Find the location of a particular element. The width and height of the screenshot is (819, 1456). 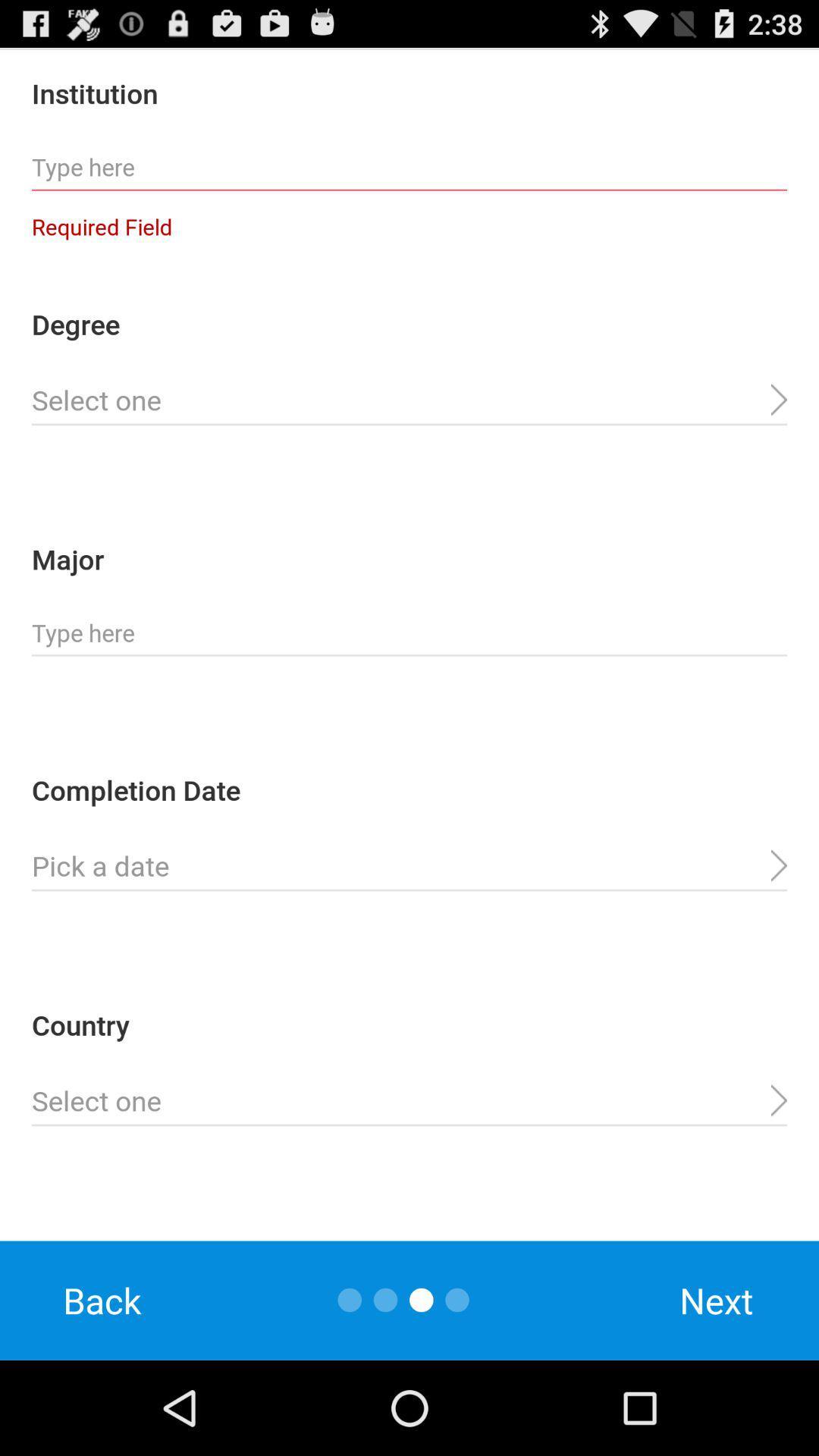

country is located at coordinates (409, 1101).